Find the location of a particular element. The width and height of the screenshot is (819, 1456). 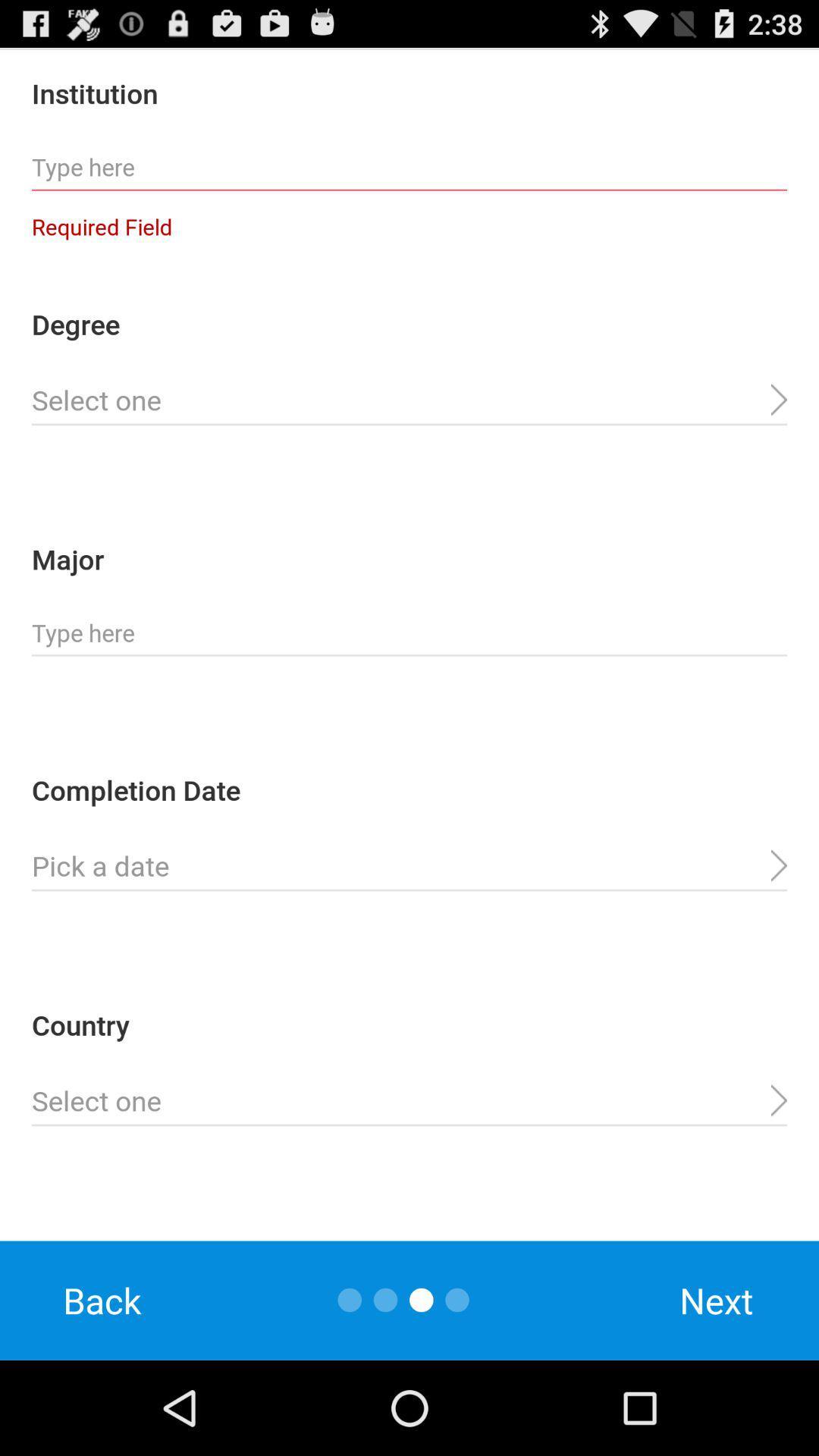

country is located at coordinates (409, 1101).